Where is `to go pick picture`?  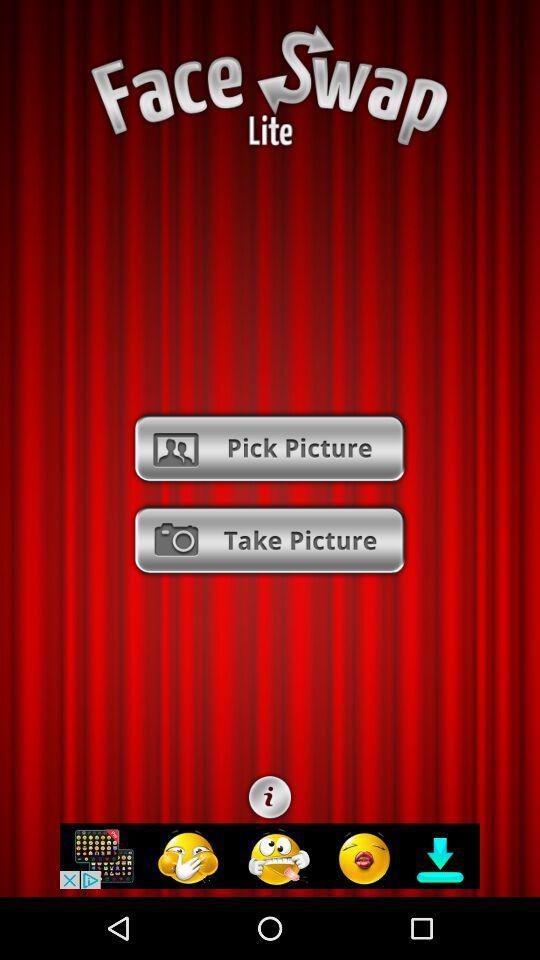
to go pick picture is located at coordinates (269, 448).